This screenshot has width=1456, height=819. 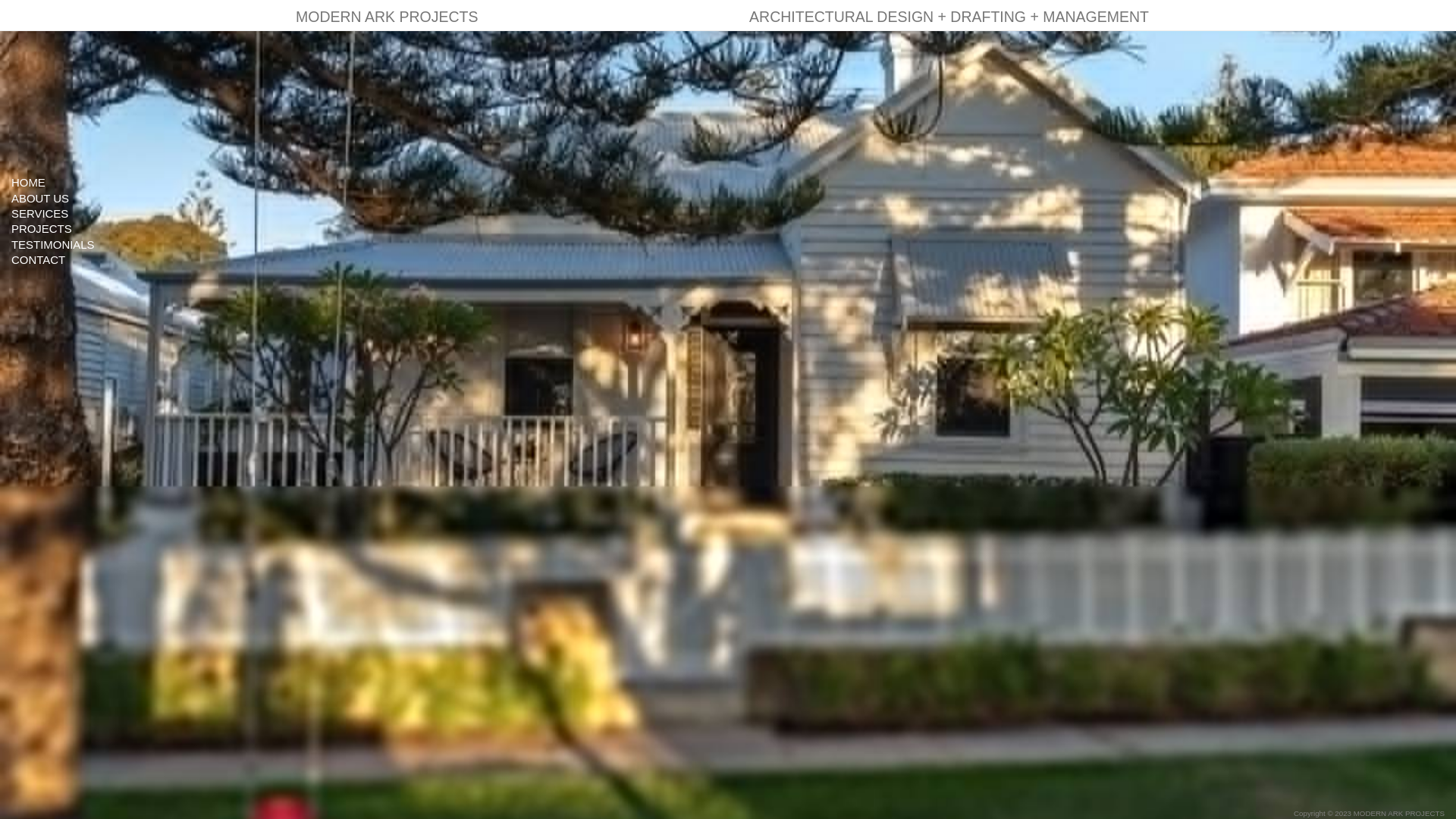 What do you see at coordinates (79, 228) in the screenshot?
I see `'PROJECTS'` at bounding box center [79, 228].